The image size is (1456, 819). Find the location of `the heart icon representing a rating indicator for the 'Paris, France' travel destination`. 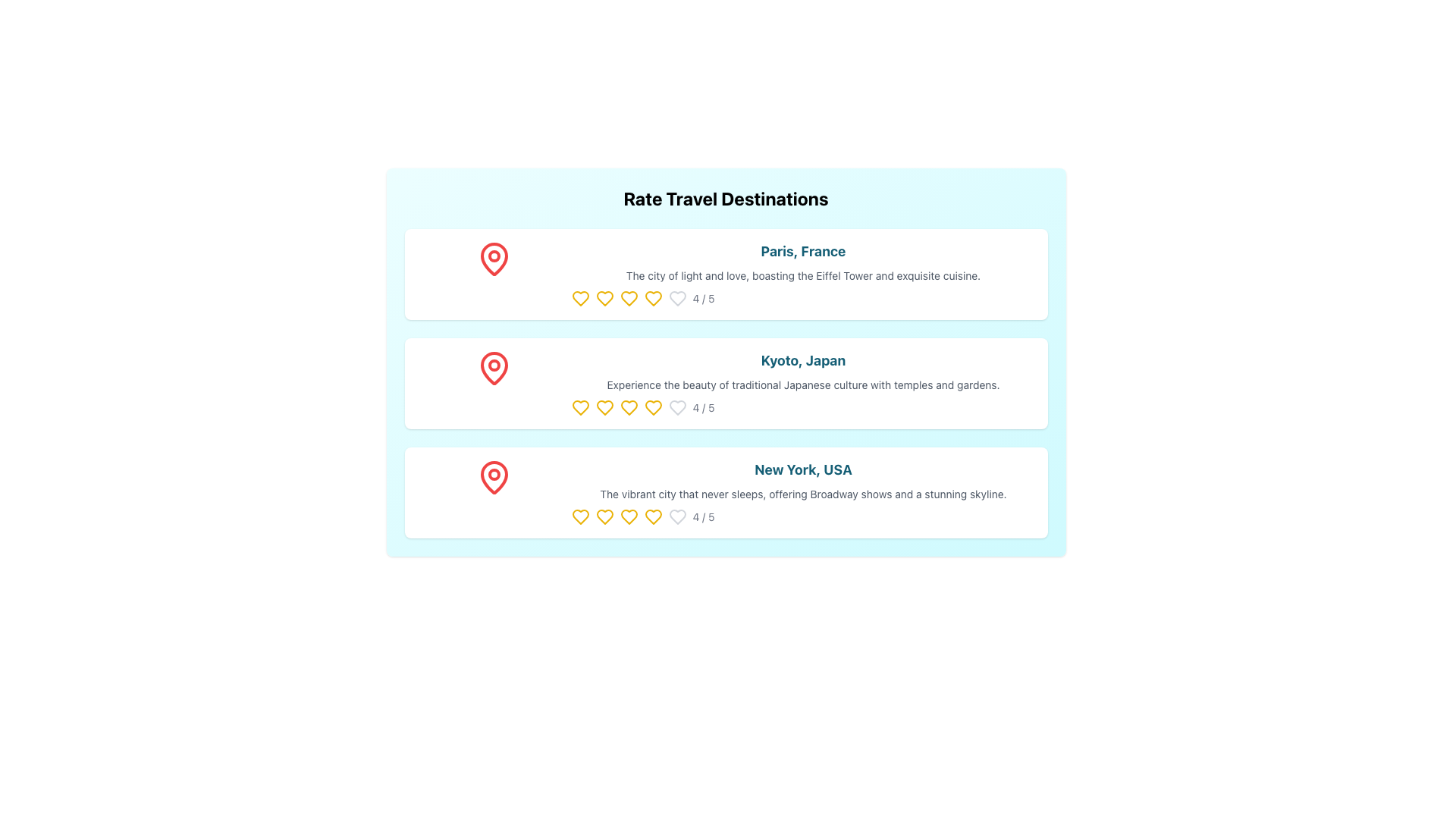

the heart icon representing a rating indicator for the 'Paris, France' travel destination is located at coordinates (604, 298).